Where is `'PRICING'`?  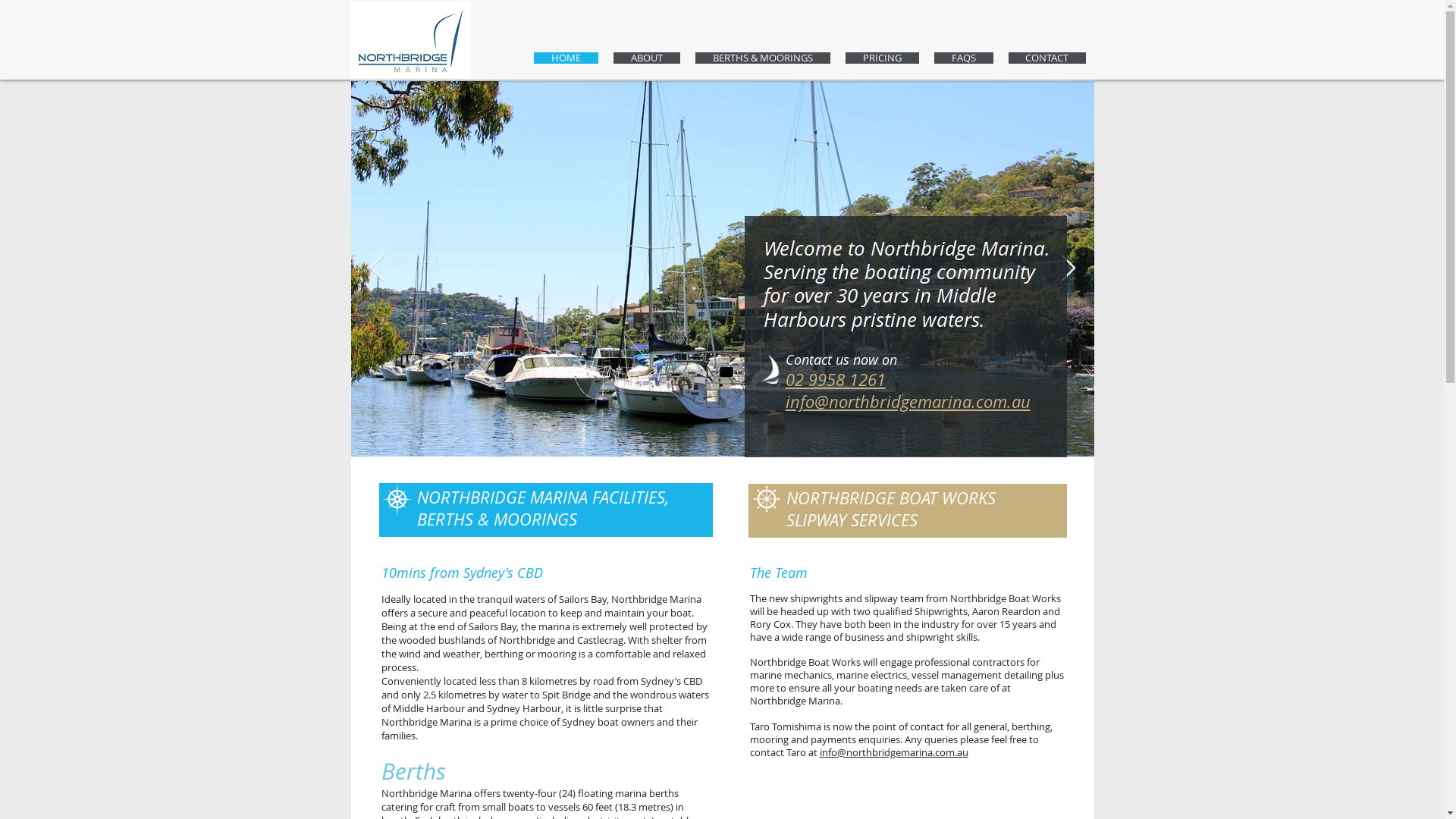
'PRICING' is located at coordinates (881, 57).